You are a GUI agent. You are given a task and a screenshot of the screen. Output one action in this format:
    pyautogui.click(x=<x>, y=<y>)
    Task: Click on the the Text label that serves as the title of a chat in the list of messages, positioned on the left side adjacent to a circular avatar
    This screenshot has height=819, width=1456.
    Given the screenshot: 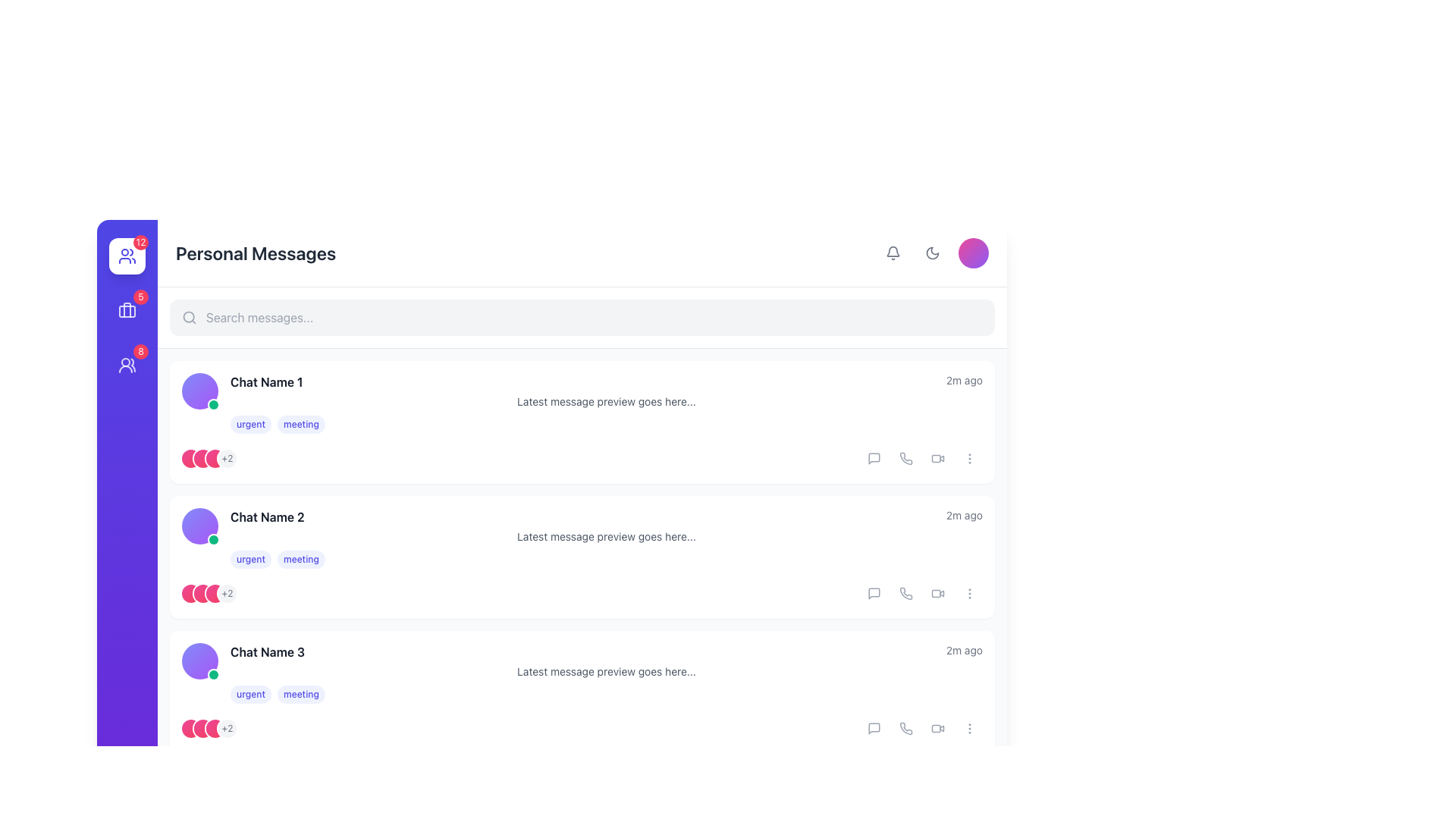 What is the action you would take?
    pyautogui.click(x=266, y=381)
    